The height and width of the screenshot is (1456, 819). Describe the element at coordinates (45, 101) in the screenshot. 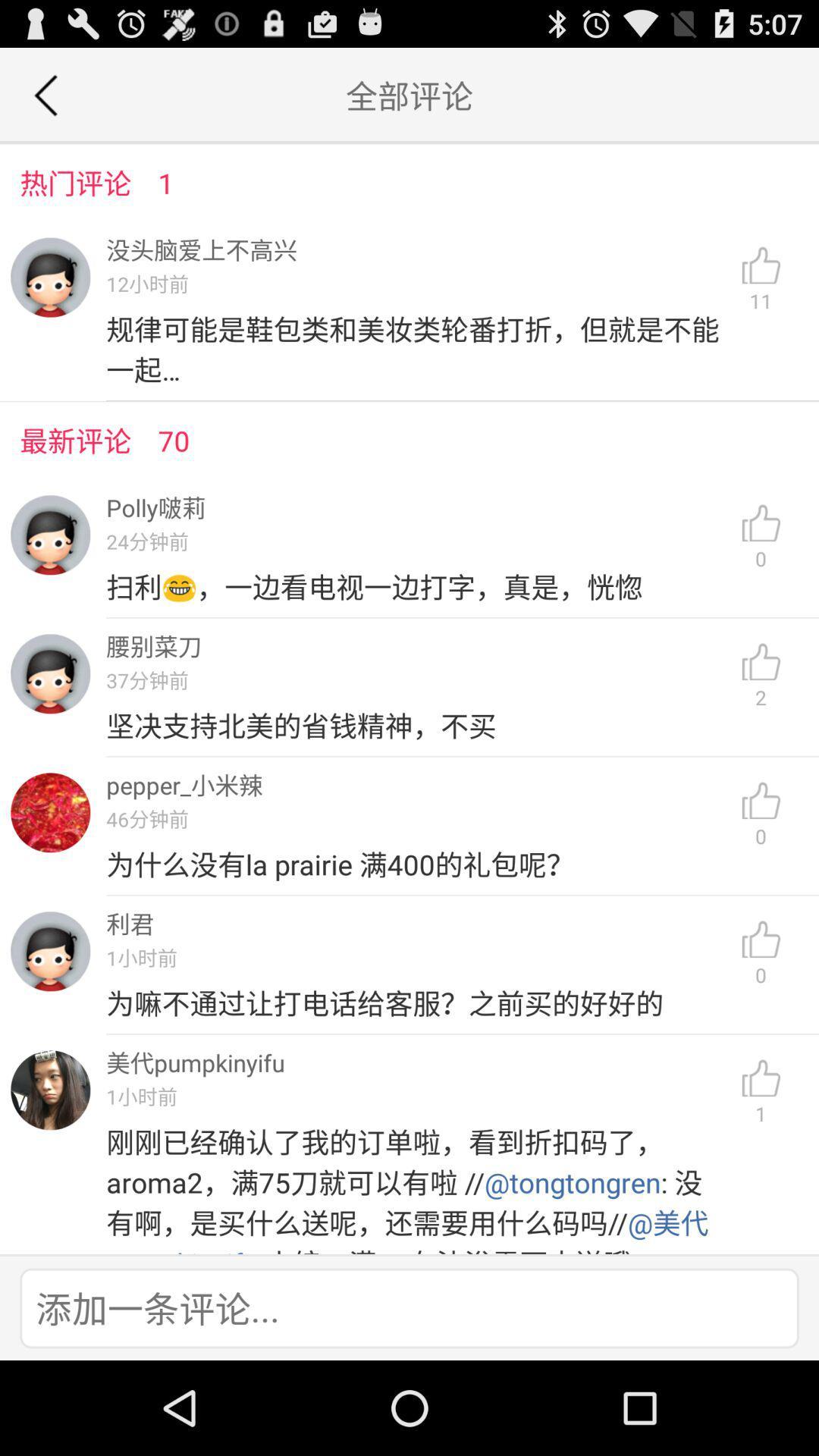

I see `the arrow_backward icon` at that location.